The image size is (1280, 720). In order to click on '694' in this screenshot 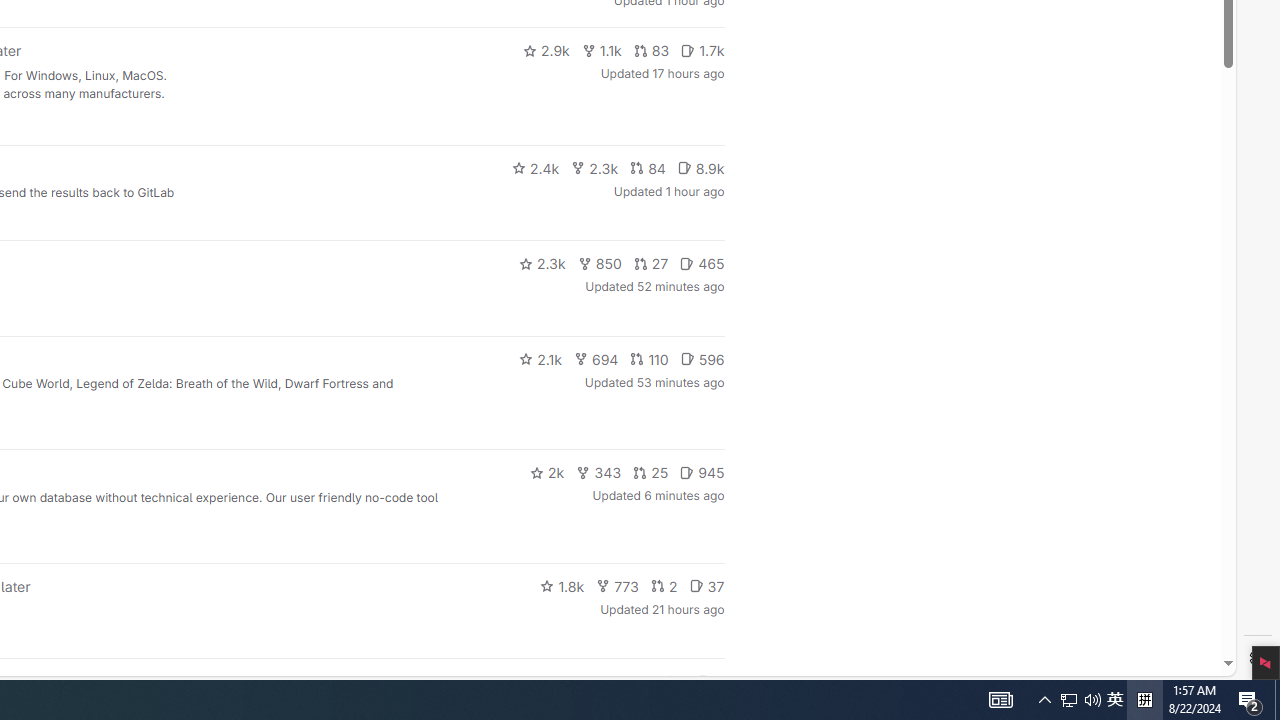, I will do `click(595, 357)`.